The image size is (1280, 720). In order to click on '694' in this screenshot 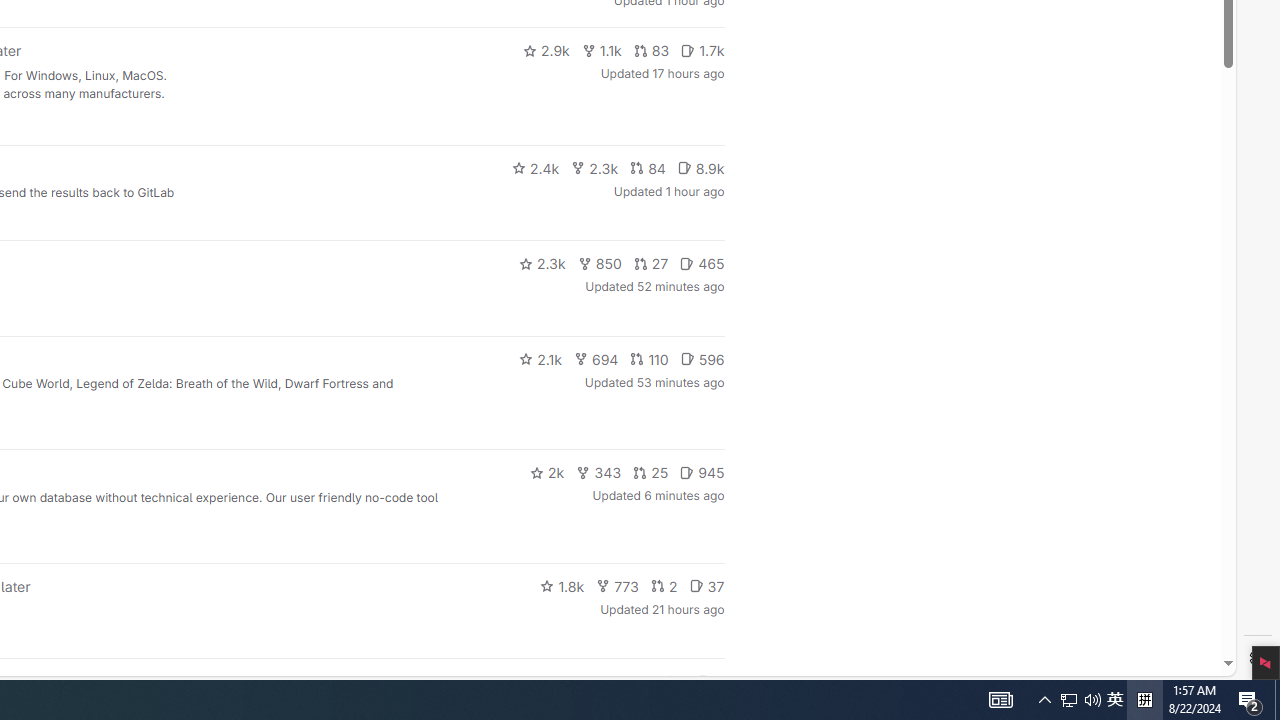, I will do `click(595, 357)`.